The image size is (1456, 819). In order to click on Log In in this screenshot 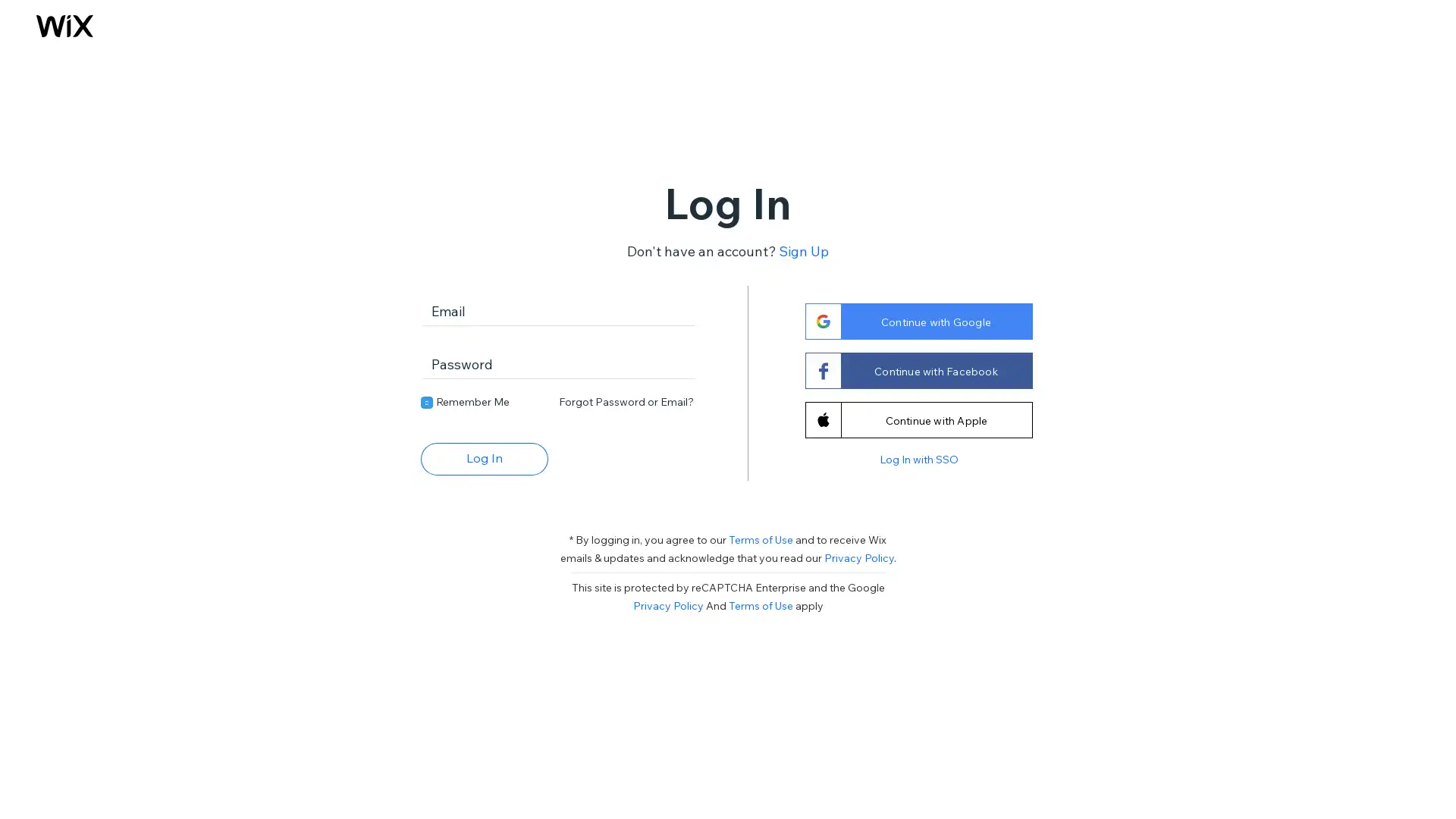, I will do `click(483, 457)`.